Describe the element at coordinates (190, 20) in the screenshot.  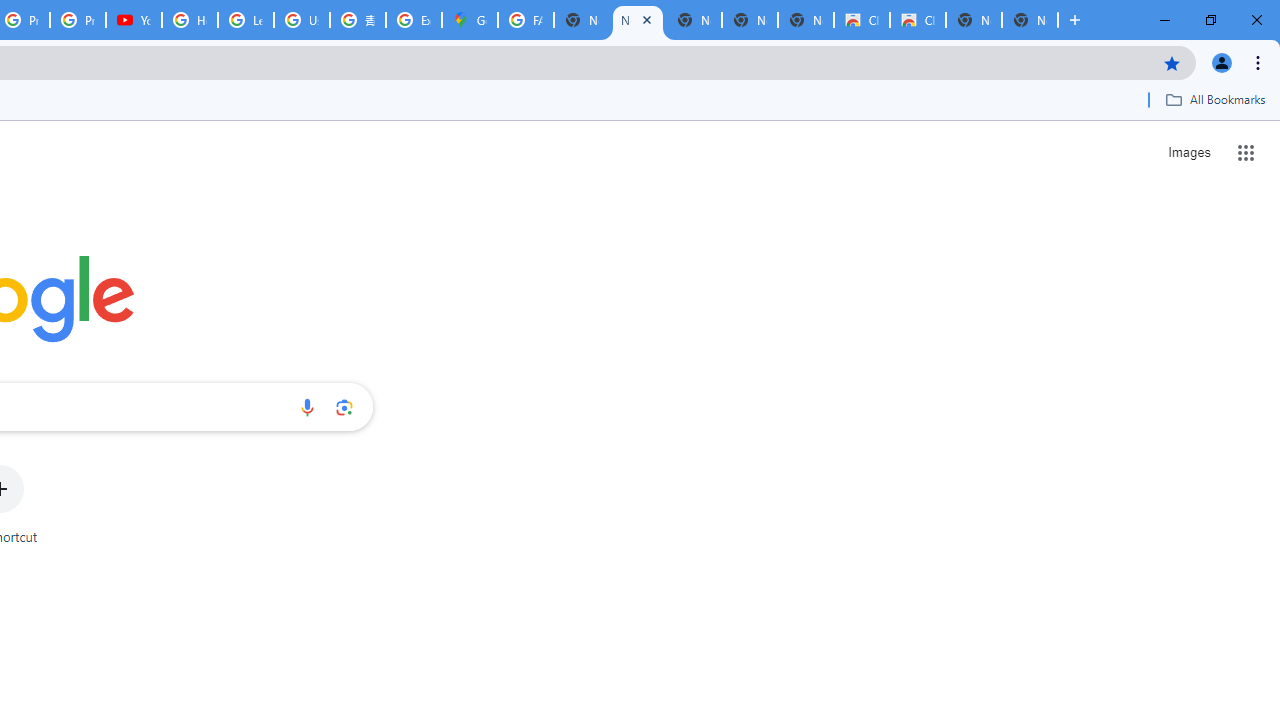
I see `'How Chrome protects your passwords - Google Chrome Help'` at that location.